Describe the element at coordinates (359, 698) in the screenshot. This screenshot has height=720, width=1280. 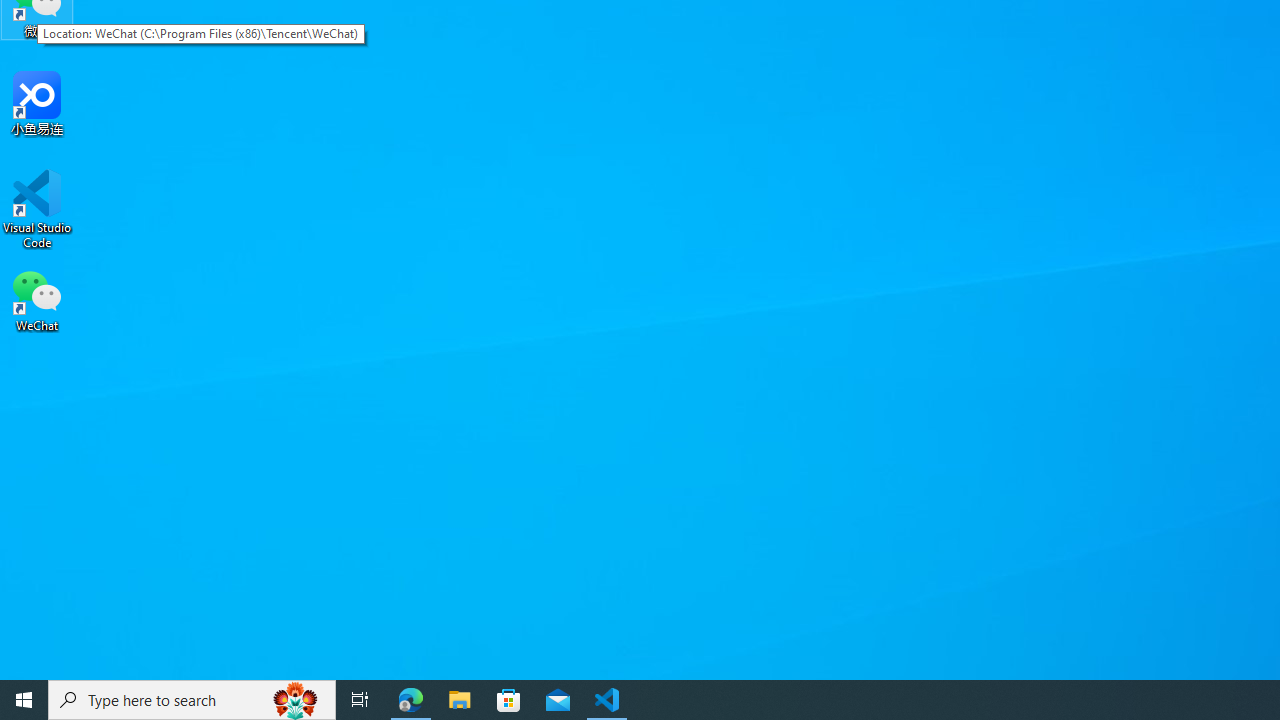
I see `'Task View'` at that location.